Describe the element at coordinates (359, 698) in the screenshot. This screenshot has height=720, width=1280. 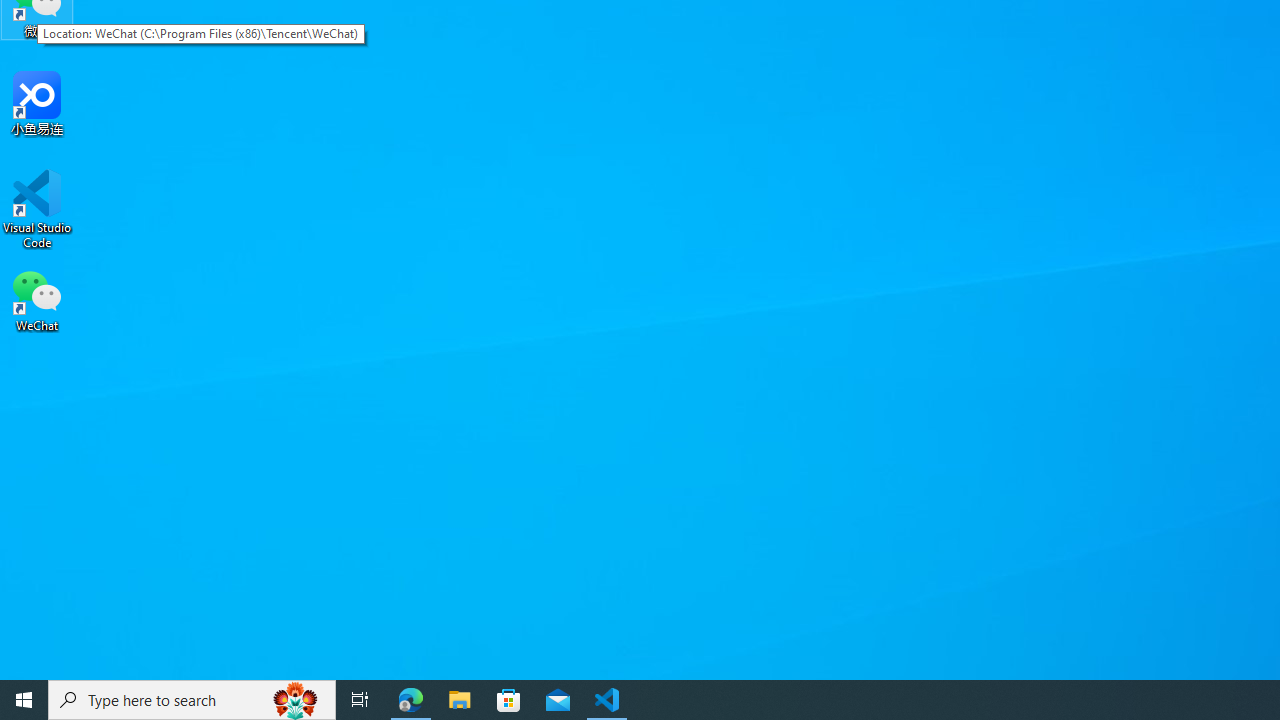
I see `'Task View'` at that location.